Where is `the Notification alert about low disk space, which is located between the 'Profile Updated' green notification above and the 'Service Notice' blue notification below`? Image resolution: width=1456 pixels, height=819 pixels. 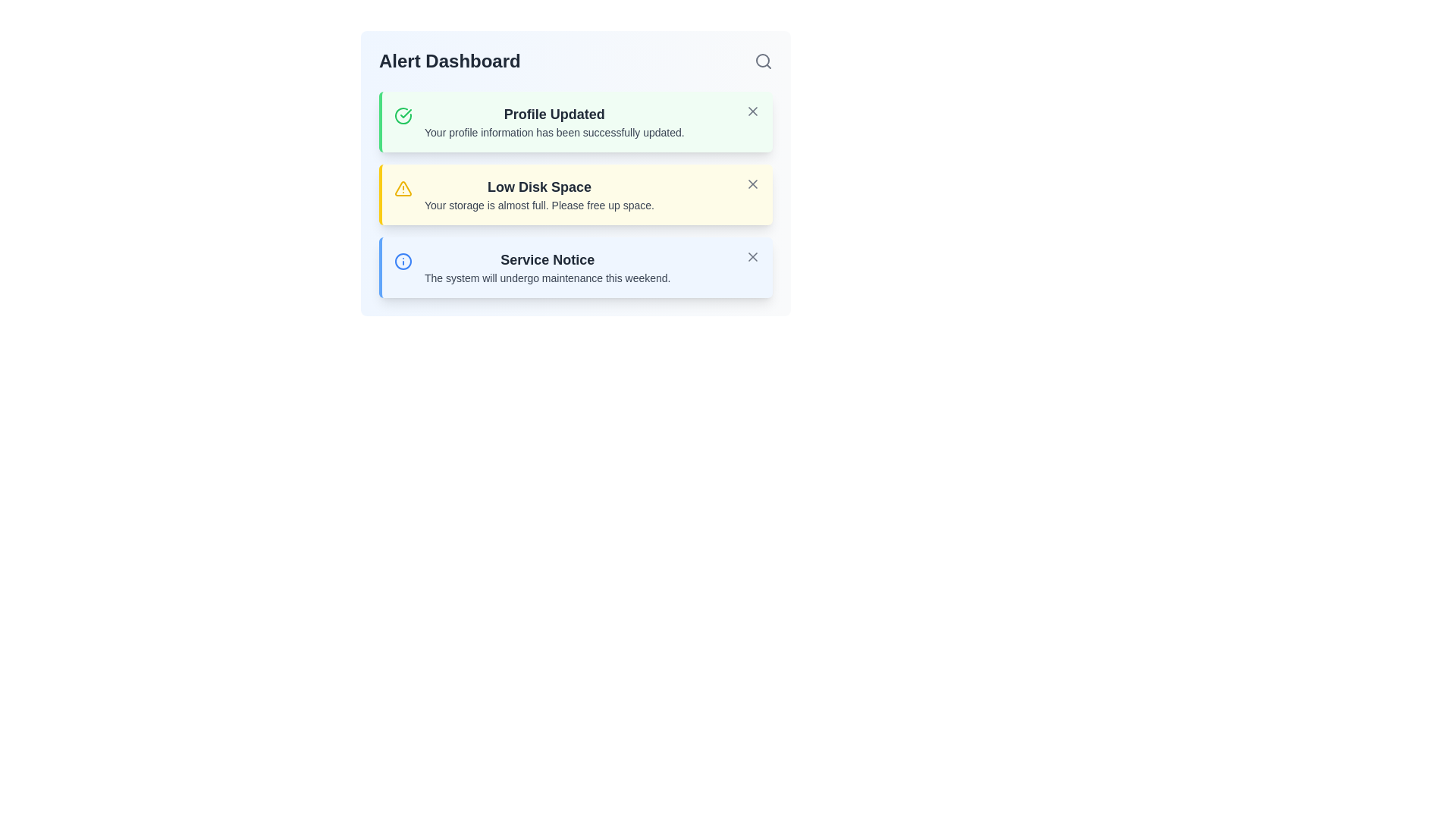
the Notification alert about low disk space, which is located between the 'Profile Updated' green notification above and the 'Service Notice' blue notification below is located at coordinates (575, 194).